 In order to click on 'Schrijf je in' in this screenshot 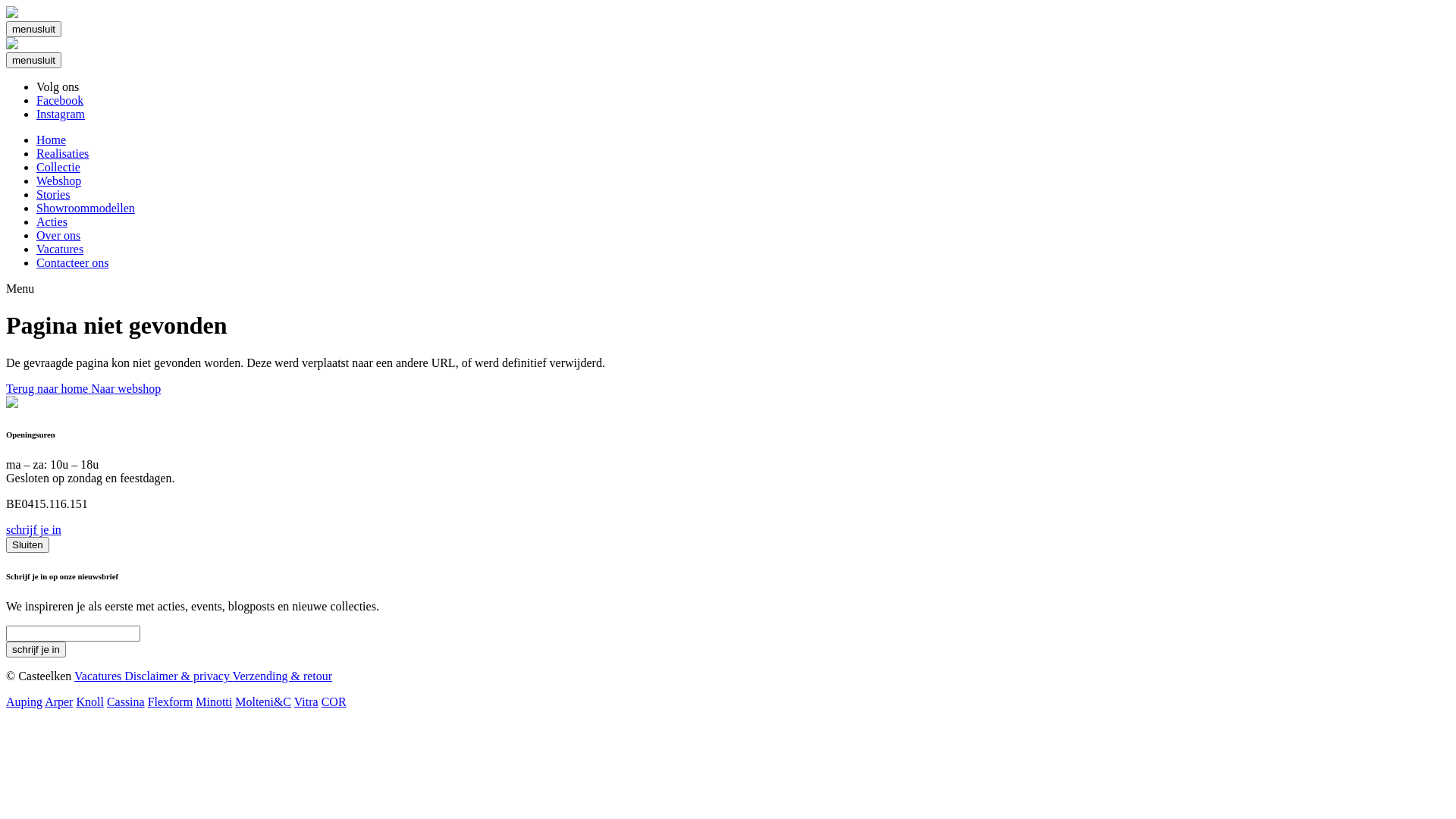, I will do `click(36, 648)`.